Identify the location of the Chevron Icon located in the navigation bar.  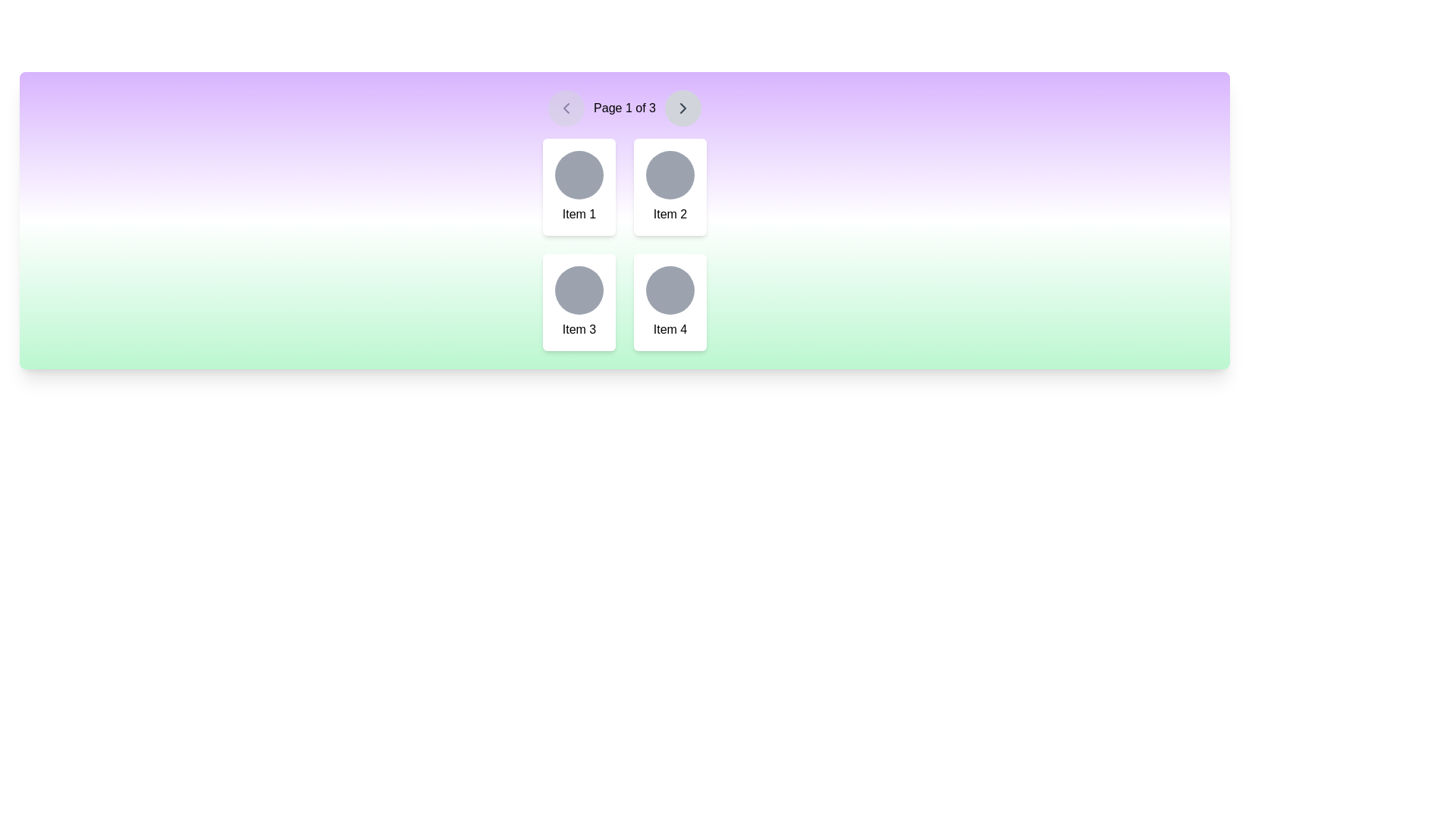
(682, 107).